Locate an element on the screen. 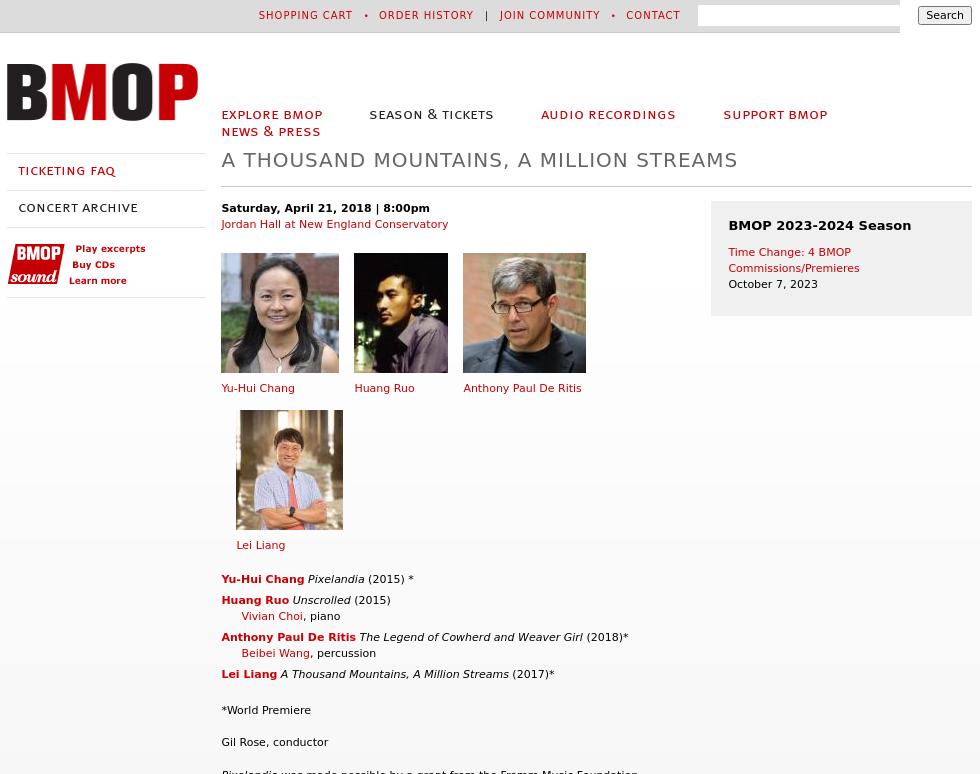 This screenshot has width=980, height=774. '(2015) *' is located at coordinates (388, 578).